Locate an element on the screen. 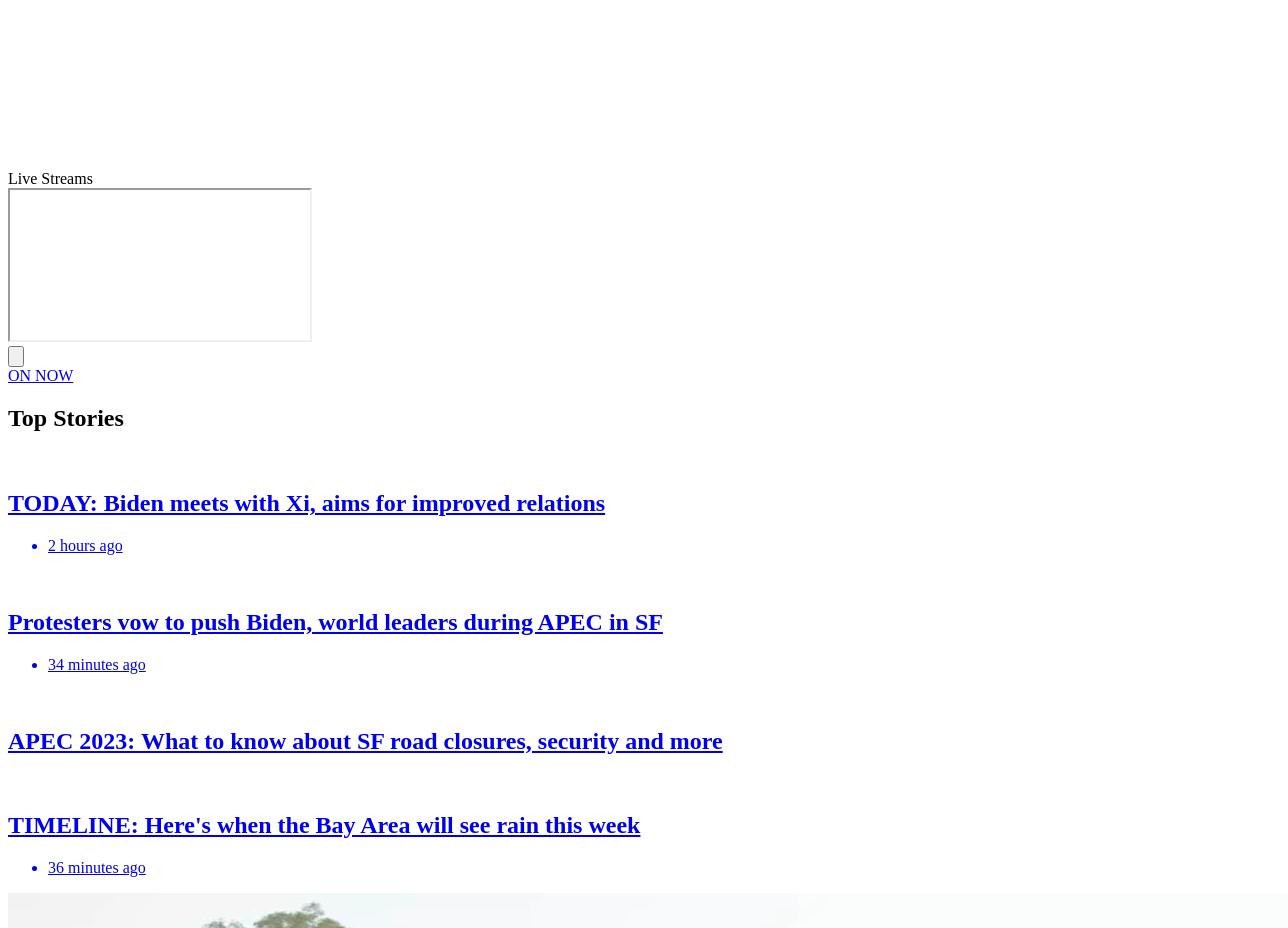 The image size is (1288, 928). 'APEC 2023: What to know about SF road closures, security and more' is located at coordinates (365, 738).